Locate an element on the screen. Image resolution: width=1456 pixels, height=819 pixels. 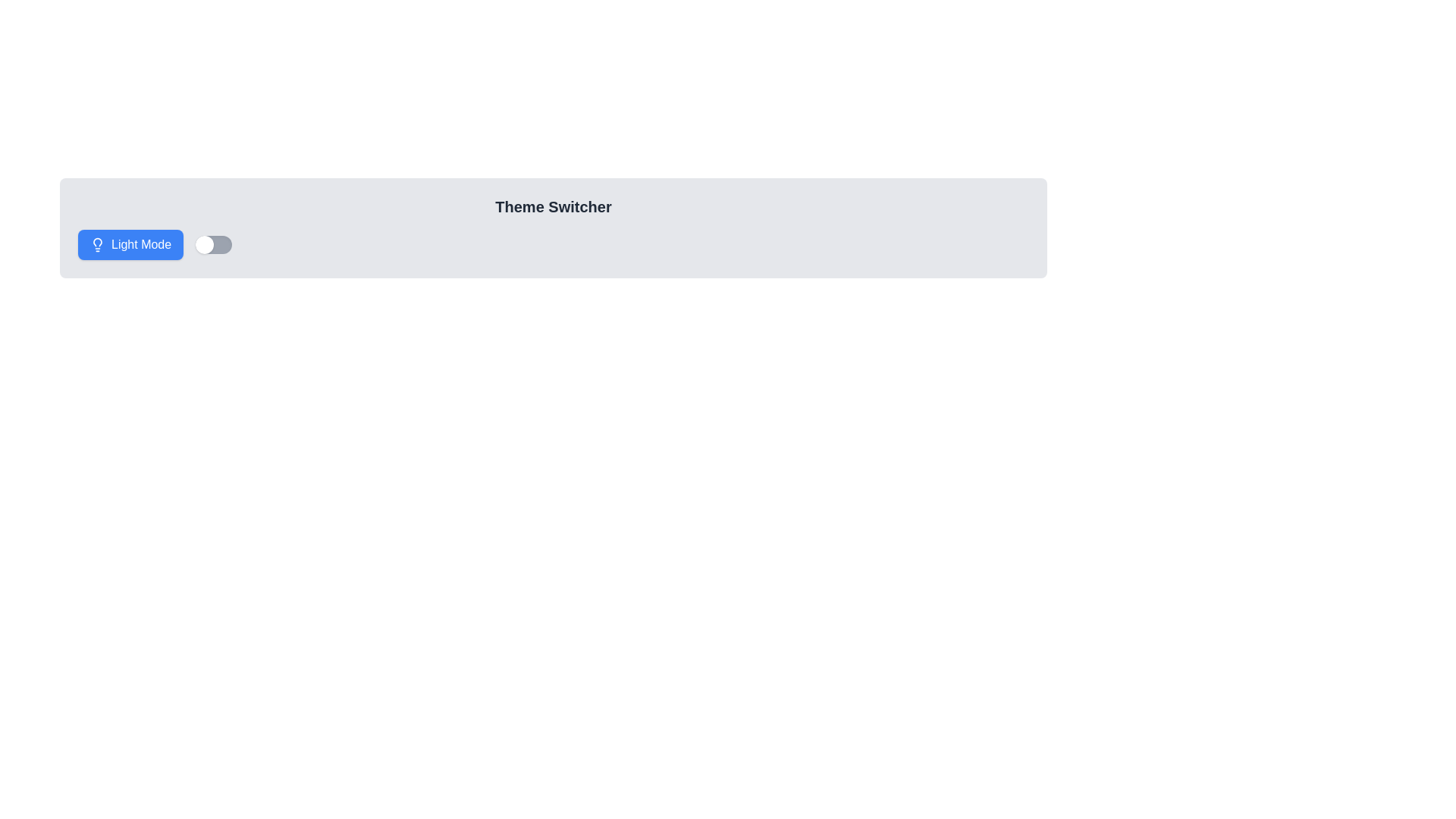
the lightbulb icon within the blue button labeled 'Light Mode' is located at coordinates (97, 244).